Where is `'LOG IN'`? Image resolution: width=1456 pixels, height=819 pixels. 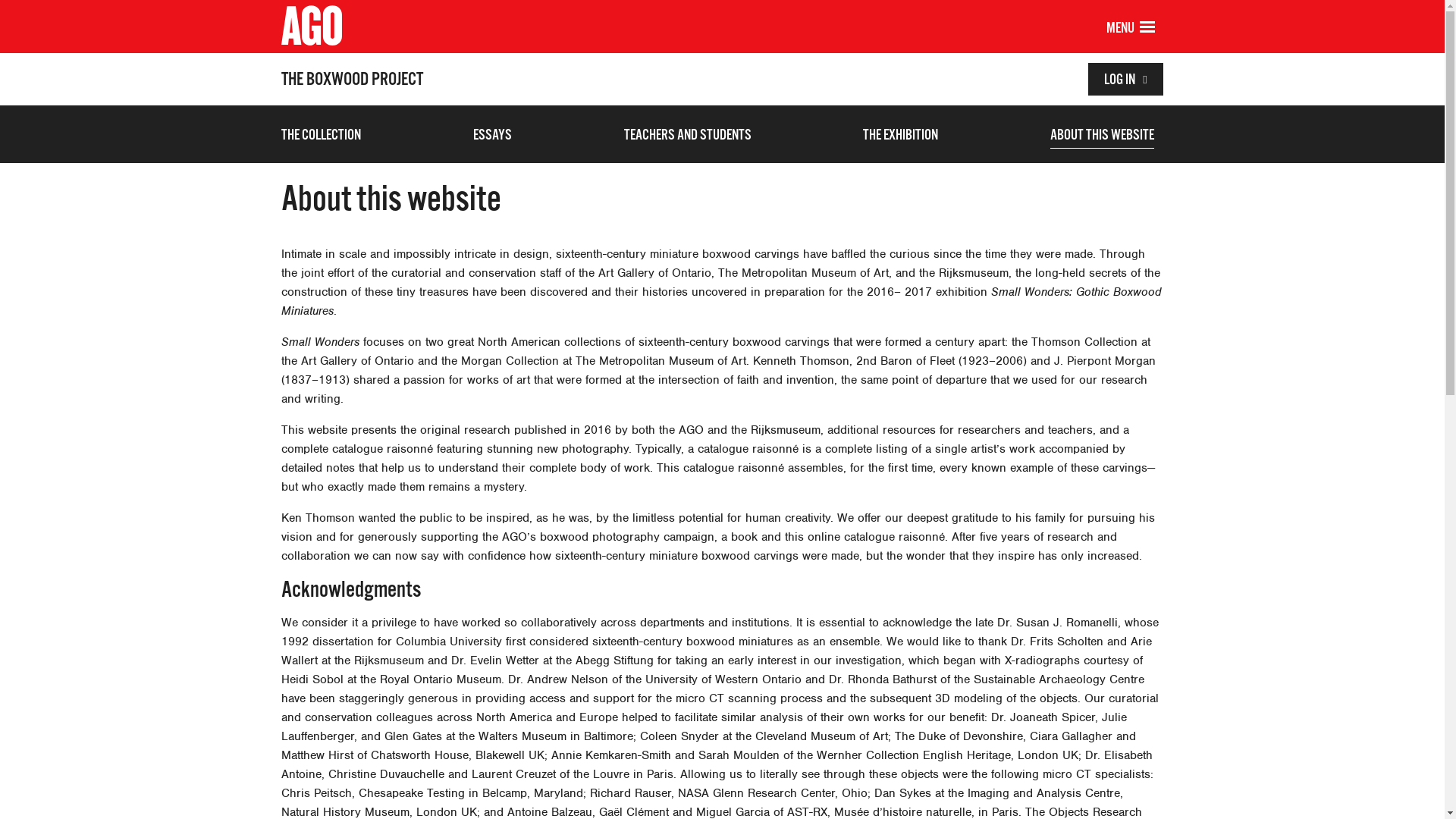
'LOG IN' is located at coordinates (1125, 79).